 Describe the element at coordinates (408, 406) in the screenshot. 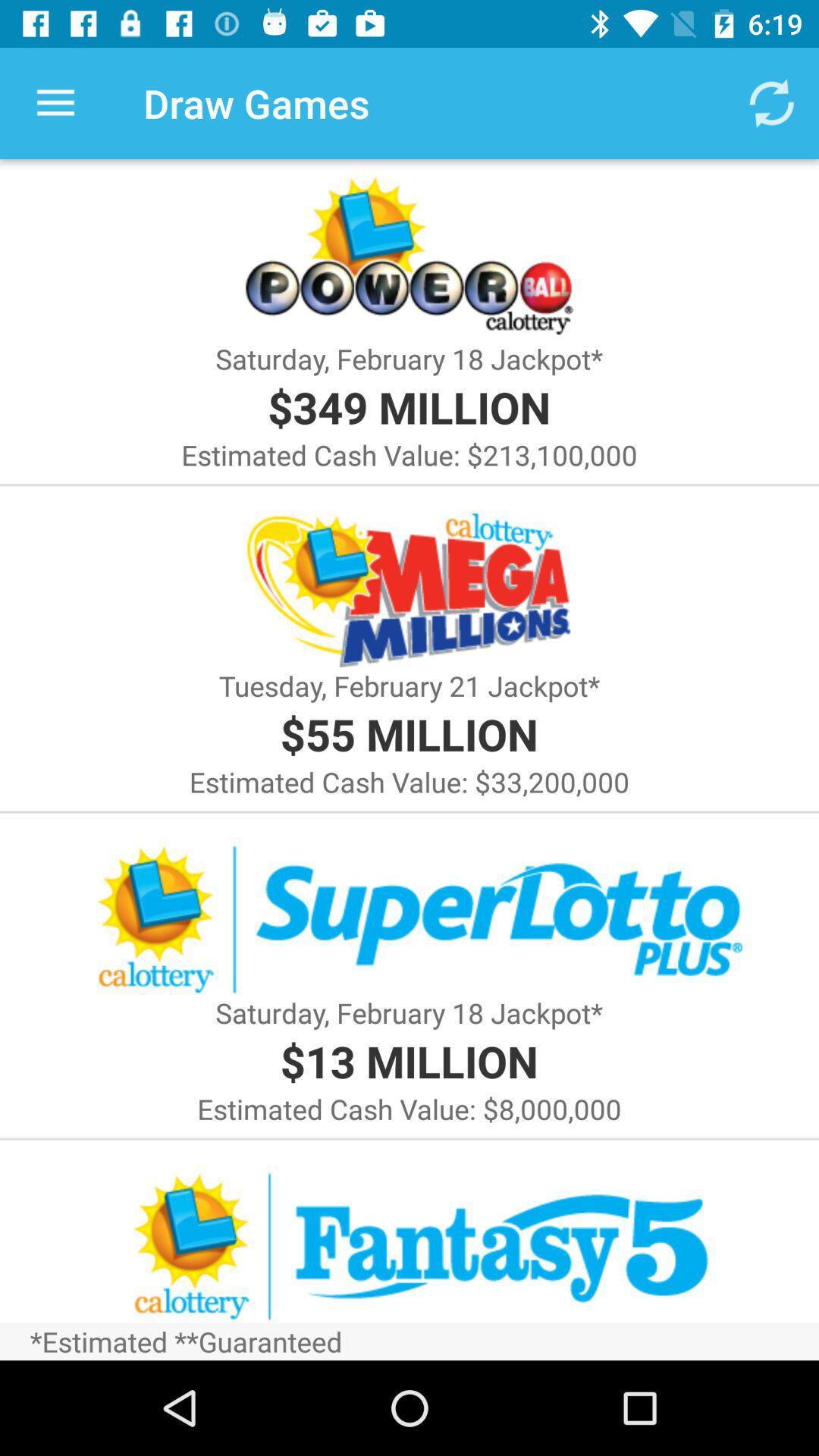

I see `the item below saturday february 18` at that location.